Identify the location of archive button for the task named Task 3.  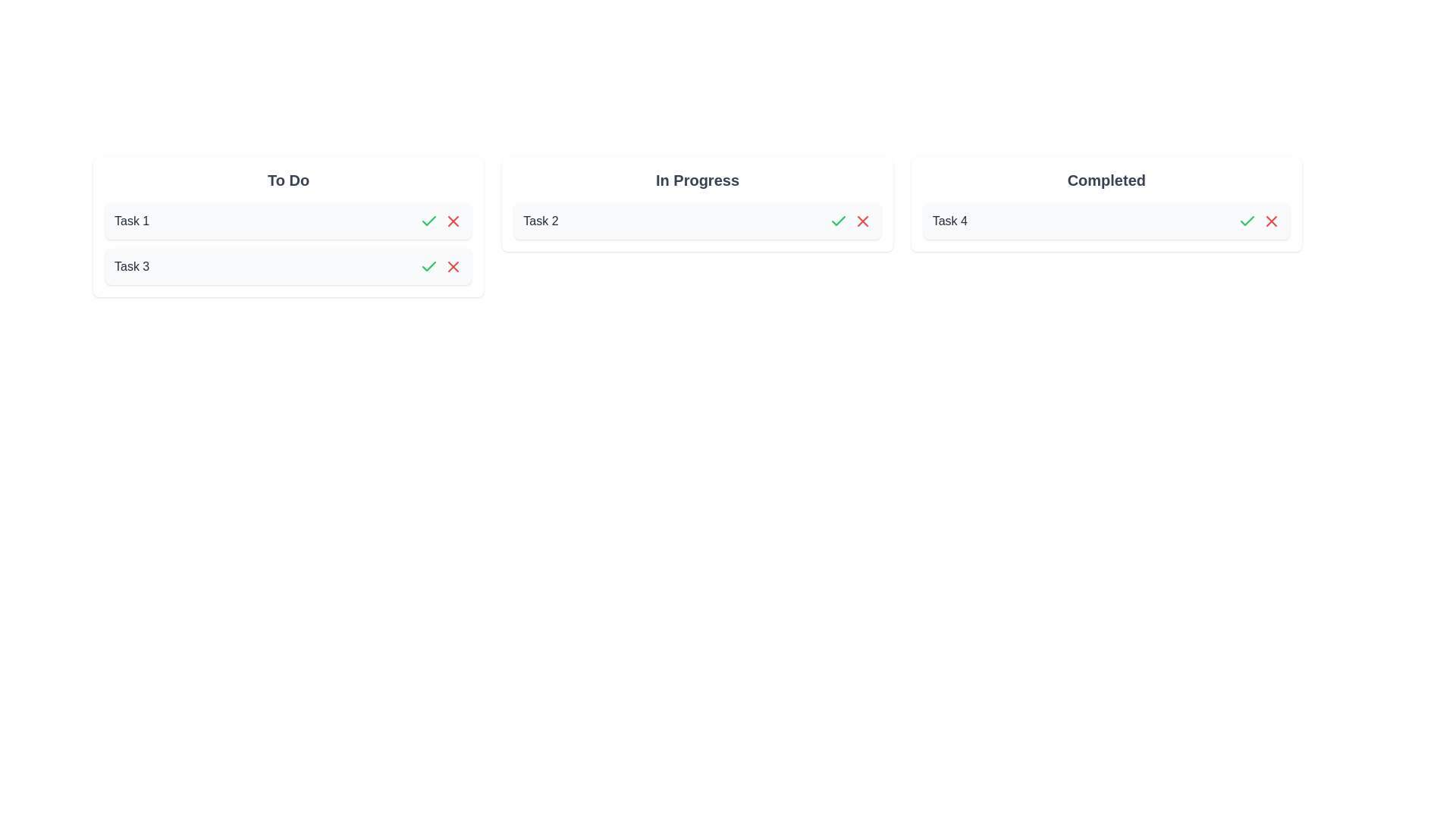
(453, 265).